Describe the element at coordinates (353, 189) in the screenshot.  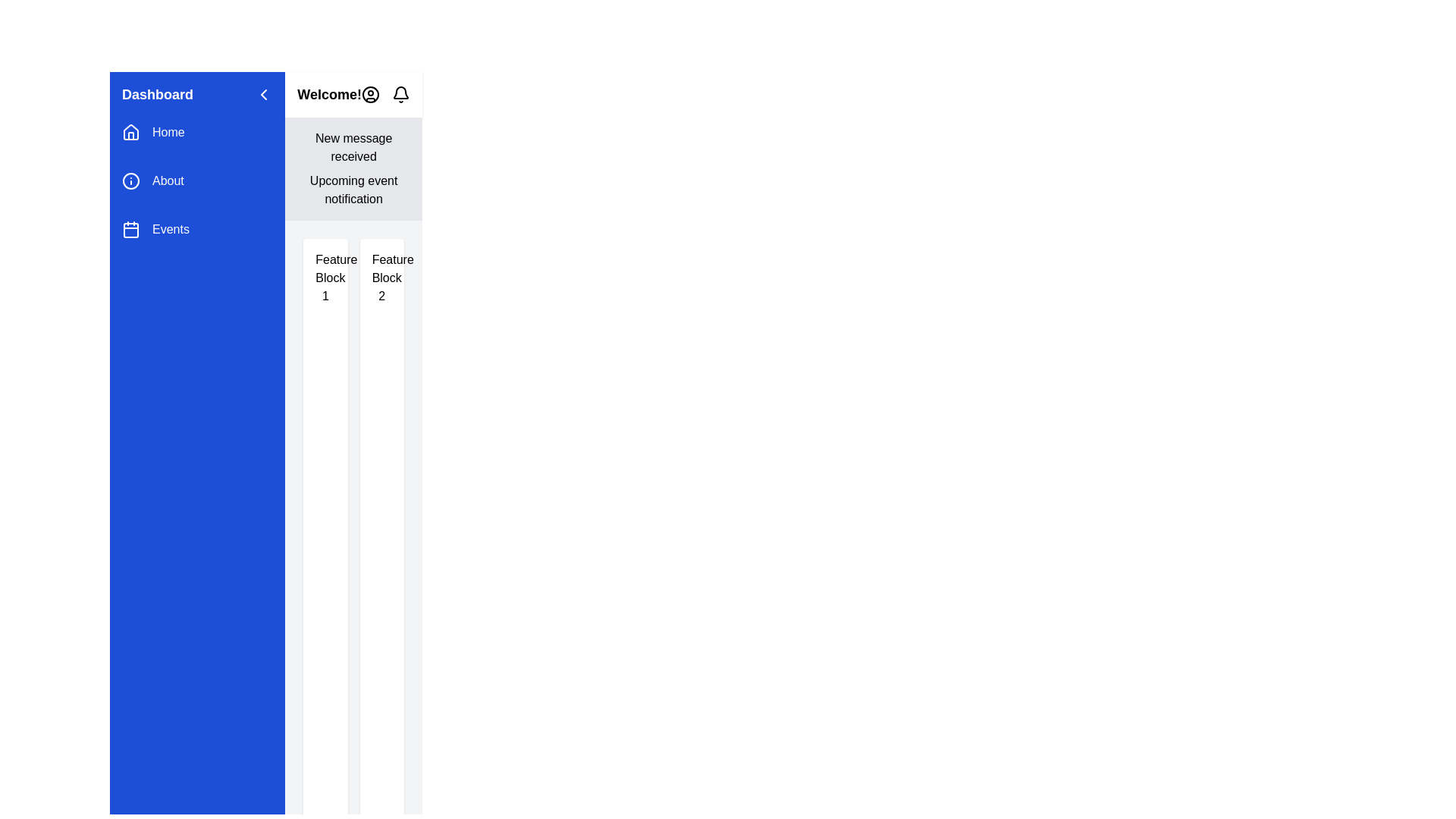
I see `the static text label that provides a notification about an upcoming event, located underneath 'New message received' in the right-hand content section` at that location.